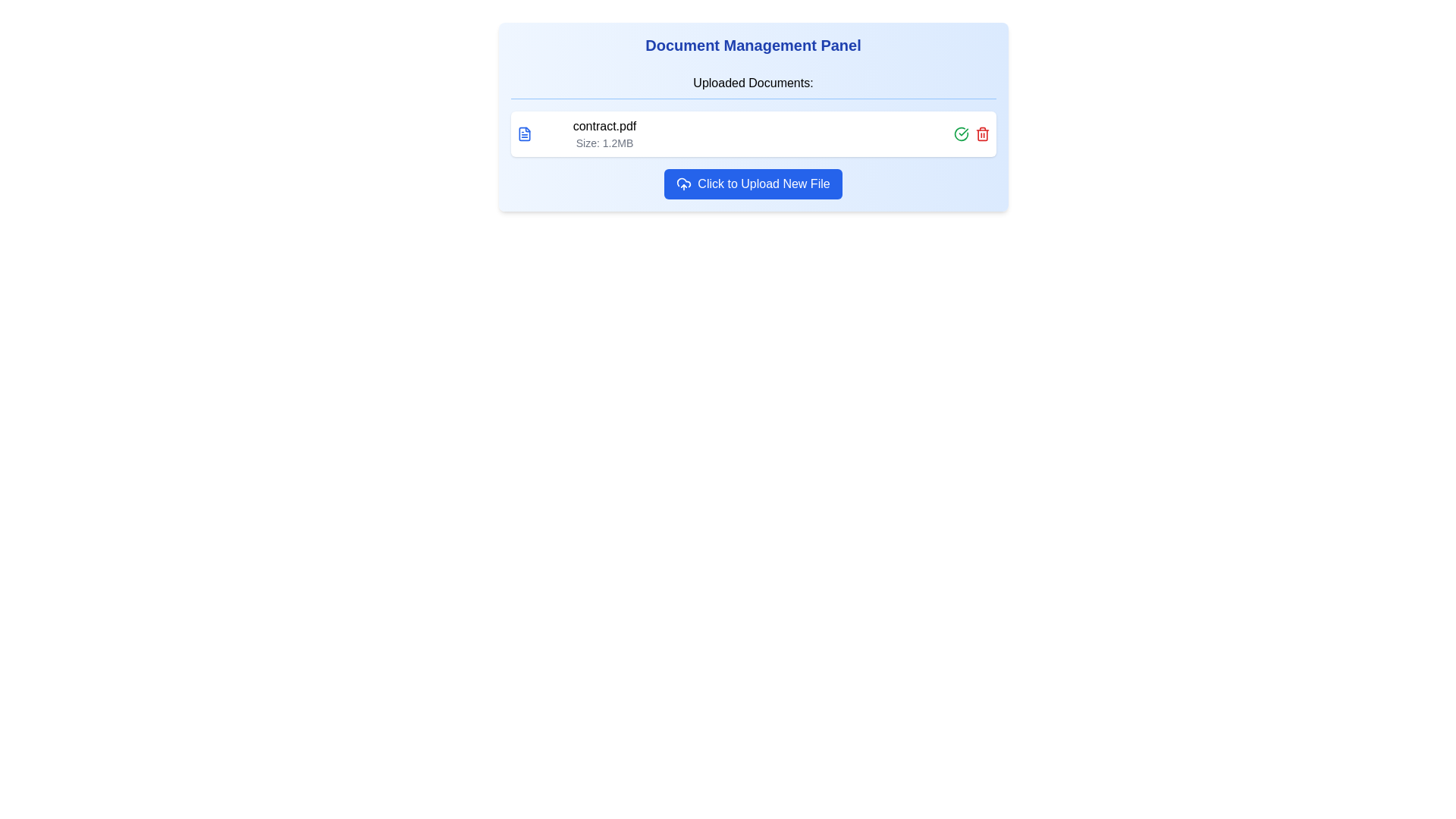 The width and height of the screenshot is (1456, 819). What do you see at coordinates (524, 133) in the screenshot?
I see `the document type icon located to the left of the text 'contract.pdf' and 'Size: 1.2MB'` at bounding box center [524, 133].